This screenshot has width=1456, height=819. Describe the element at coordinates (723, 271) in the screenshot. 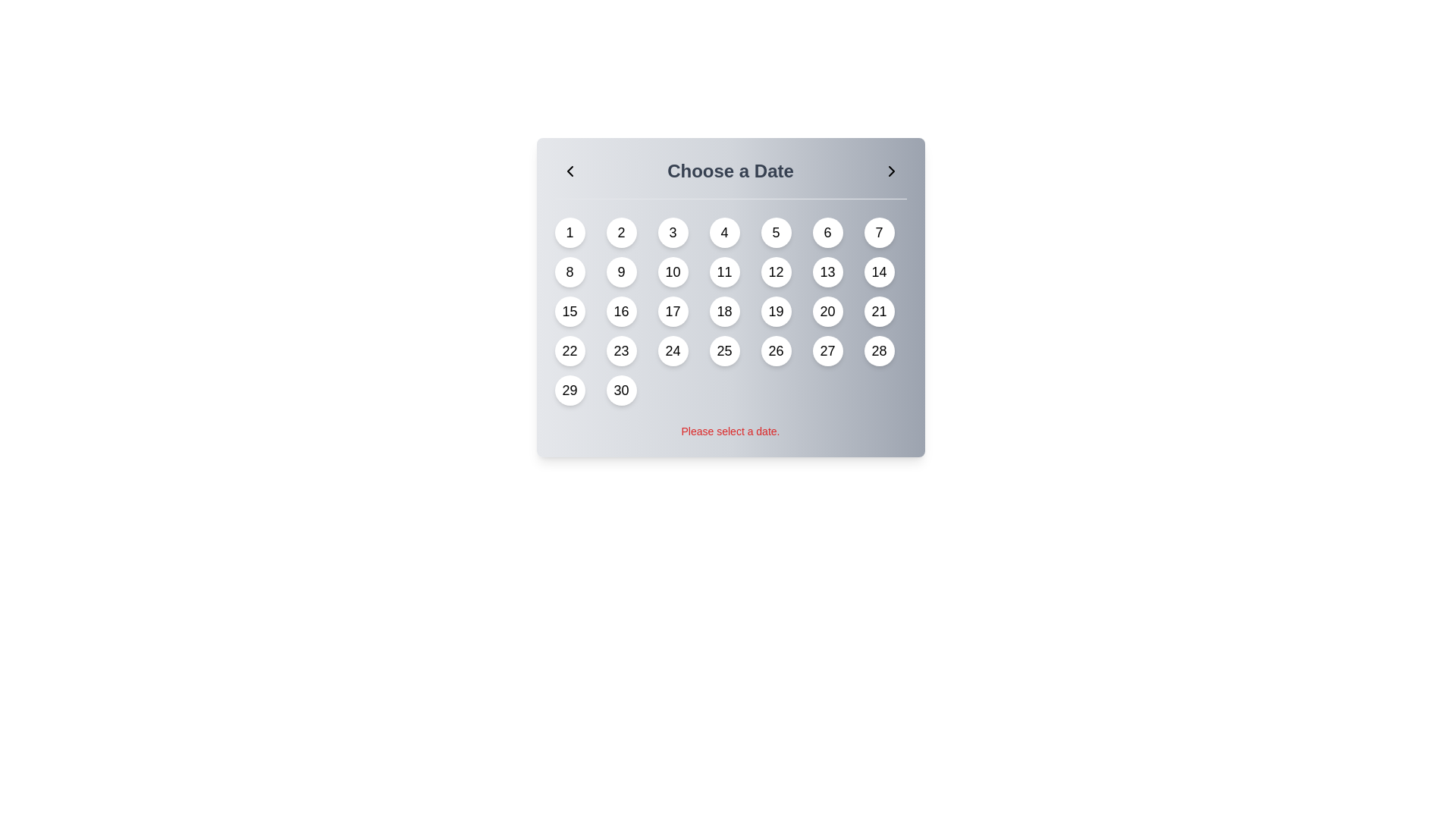

I see `the fourth button in the second row of a grid layout, which represents the selectable date '11'` at that location.